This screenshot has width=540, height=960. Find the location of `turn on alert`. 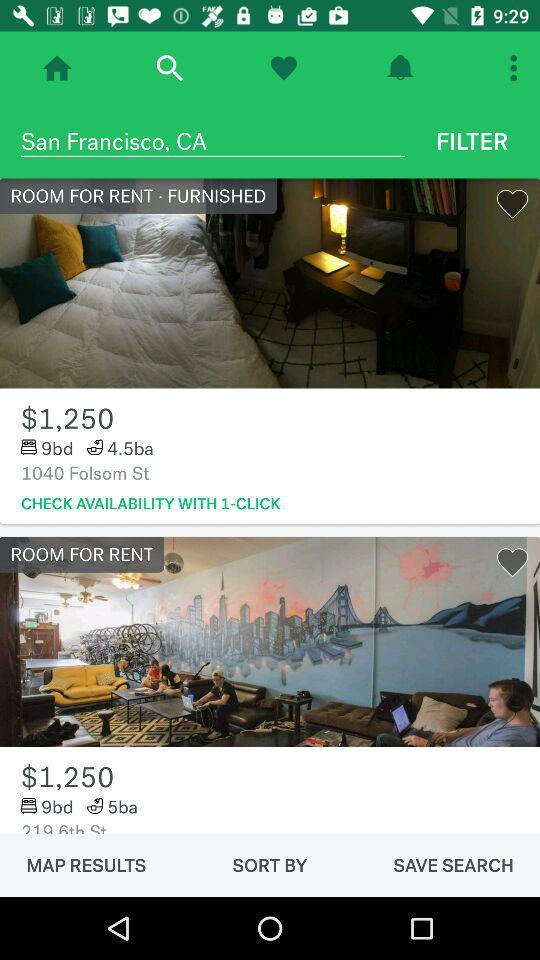

turn on alert is located at coordinates (400, 68).